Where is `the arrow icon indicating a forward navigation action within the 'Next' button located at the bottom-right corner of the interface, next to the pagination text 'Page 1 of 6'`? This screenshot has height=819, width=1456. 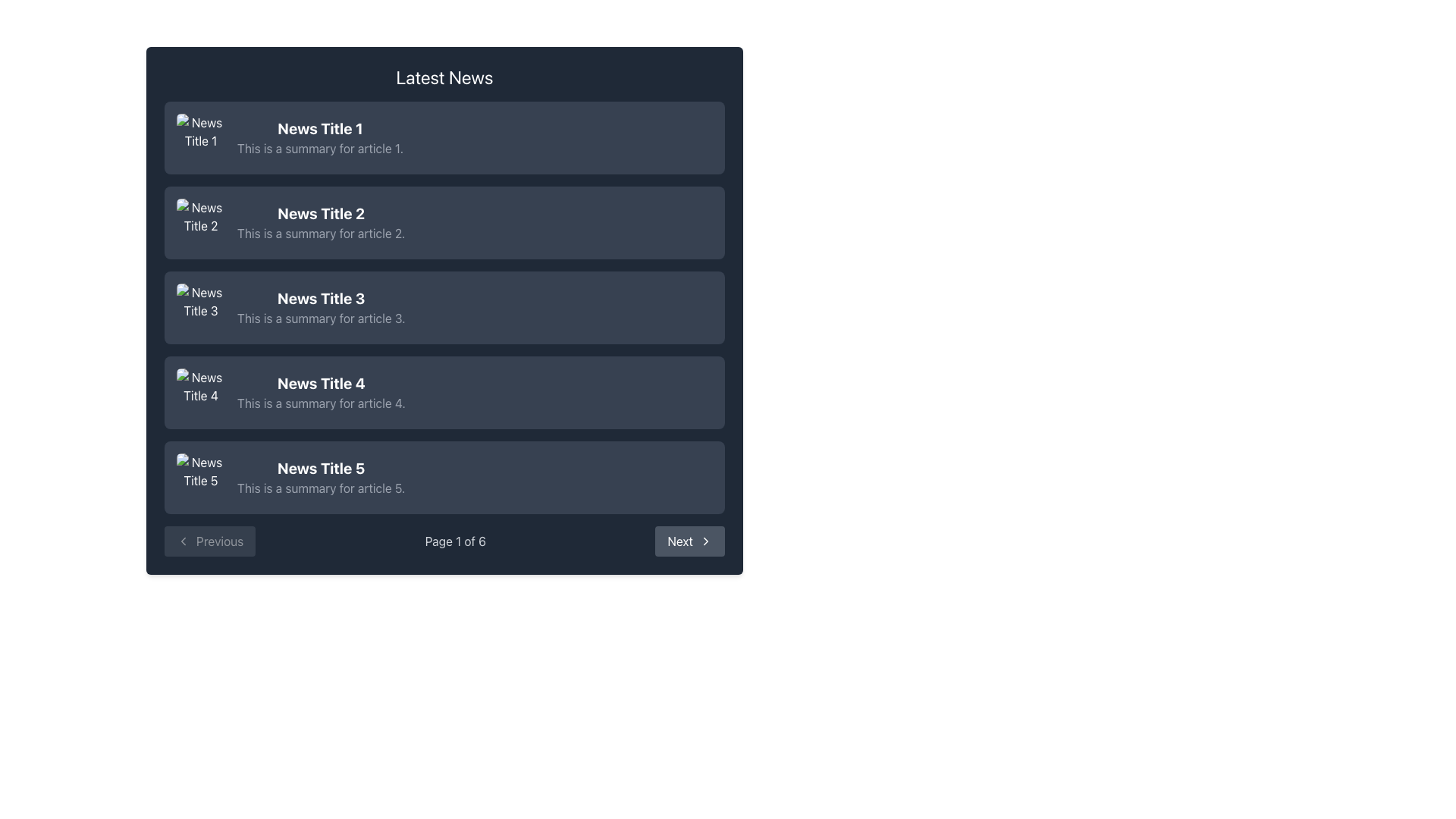 the arrow icon indicating a forward navigation action within the 'Next' button located at the bottom-right corner of the interface, next to the pagination text 'Page 1 of 6' is located at coordinates (705, 540).